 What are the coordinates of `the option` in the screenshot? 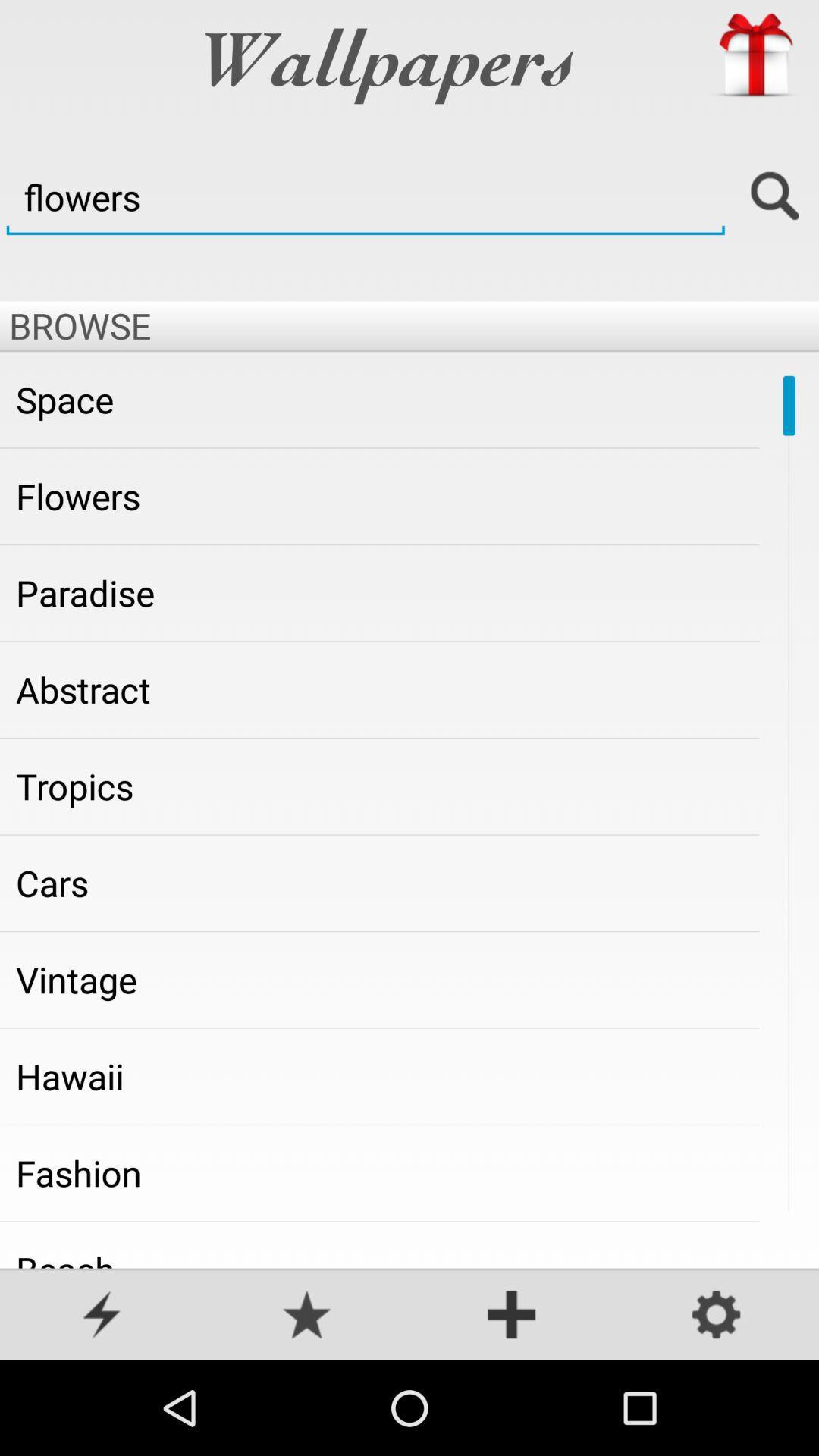 It's located at (512, 1316).